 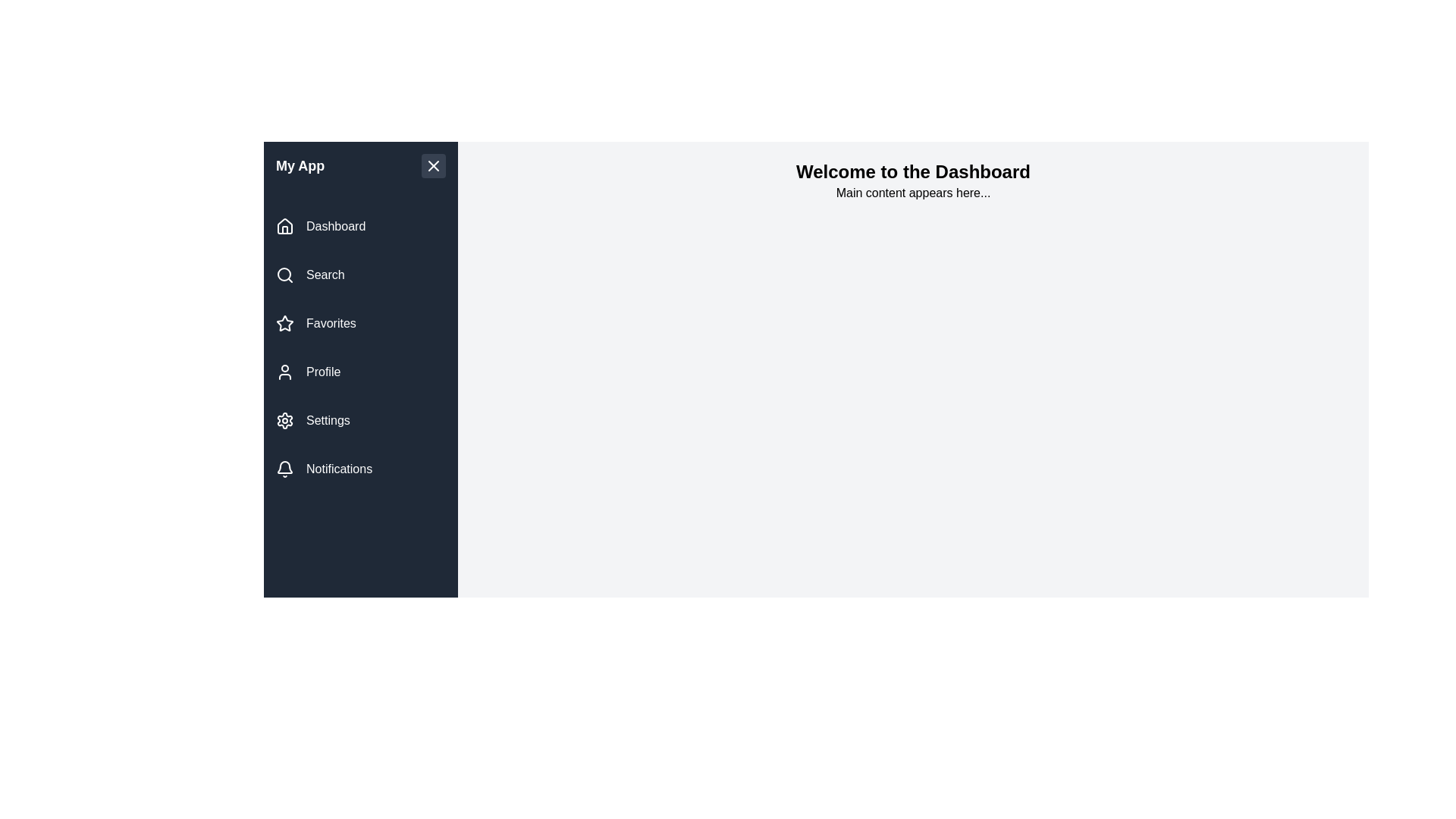 What do you see at coordinates (359, 275) in the screenshot?
I see `the navigation item Search from the drawer` at bounding box center [359, 275].